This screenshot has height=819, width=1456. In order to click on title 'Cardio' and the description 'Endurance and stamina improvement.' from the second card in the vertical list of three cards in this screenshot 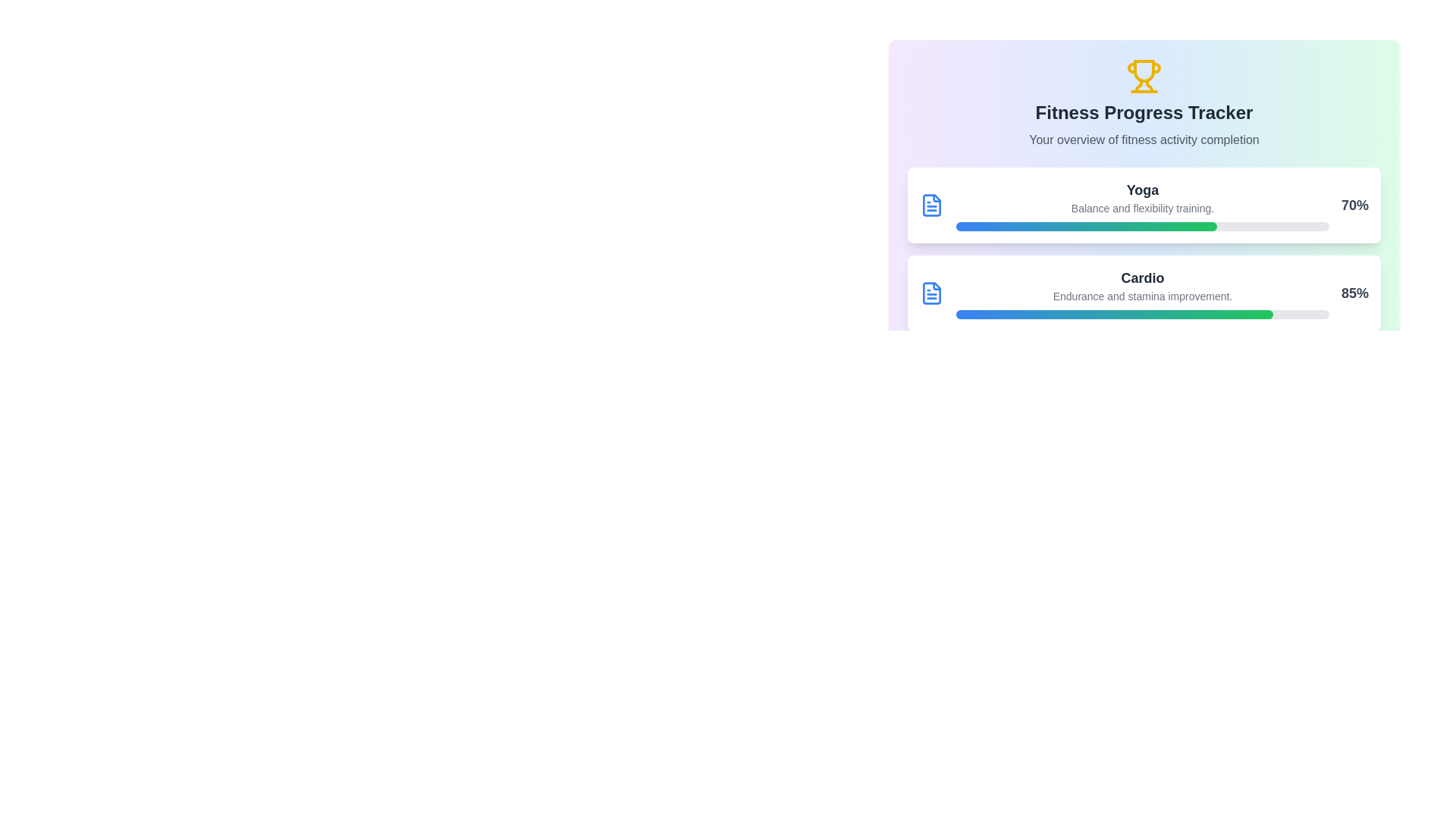, I will do `click(1144, 293)`.